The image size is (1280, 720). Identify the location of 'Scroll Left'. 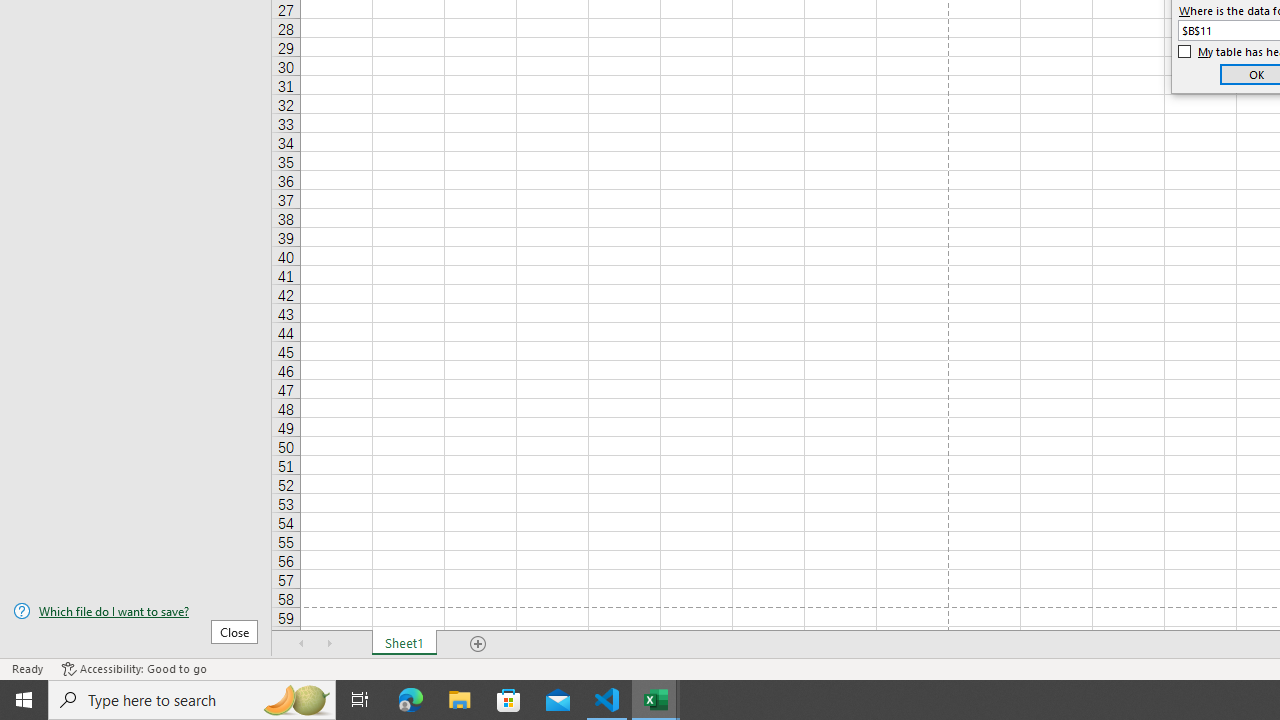
(301, 644).